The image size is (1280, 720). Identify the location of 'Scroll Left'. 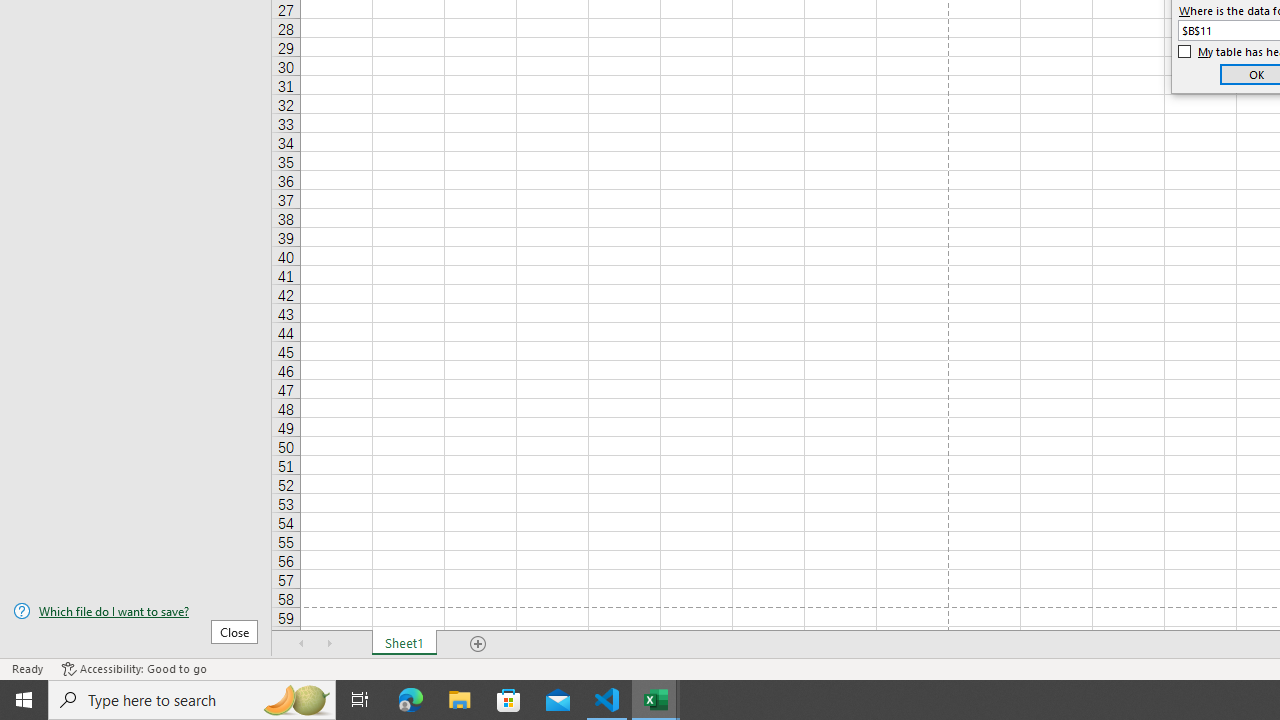
(301, 644).